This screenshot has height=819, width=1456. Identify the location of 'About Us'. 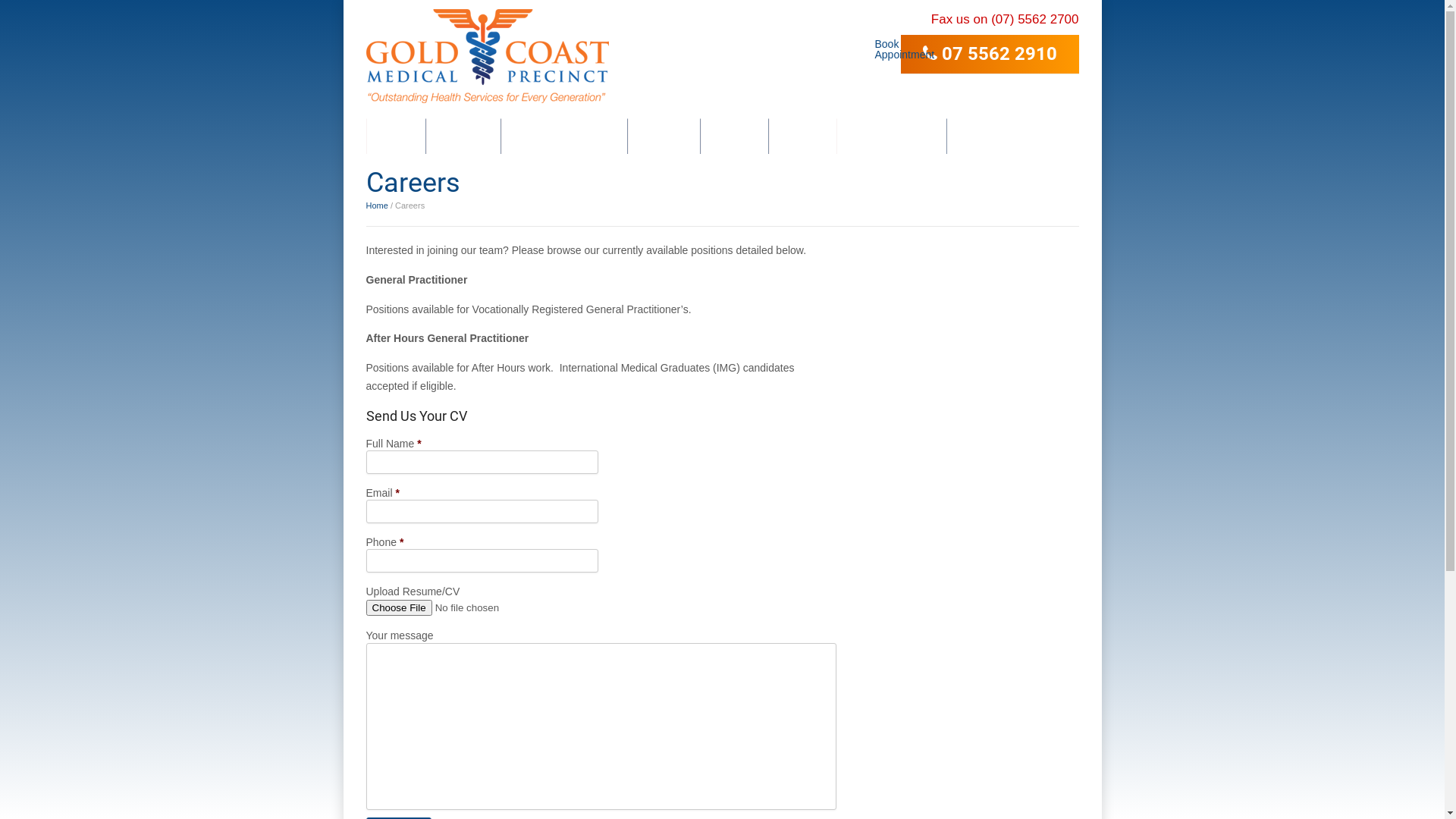
(463, 135).